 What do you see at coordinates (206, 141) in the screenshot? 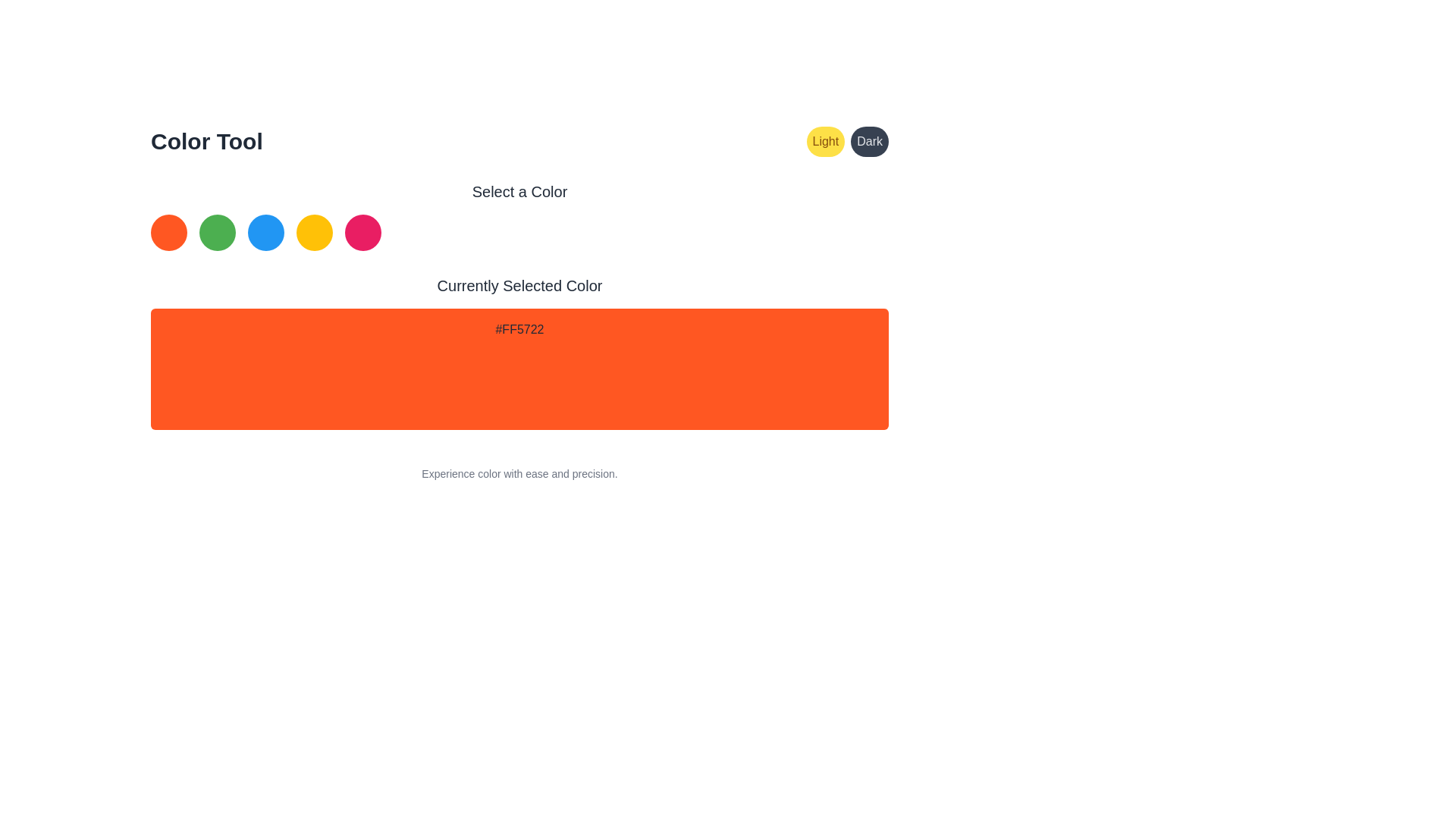
I see `the text element displaying 'Color Tool', which is bold and large, positioned near the top-left of the interface` at bounding box center [206, 141].